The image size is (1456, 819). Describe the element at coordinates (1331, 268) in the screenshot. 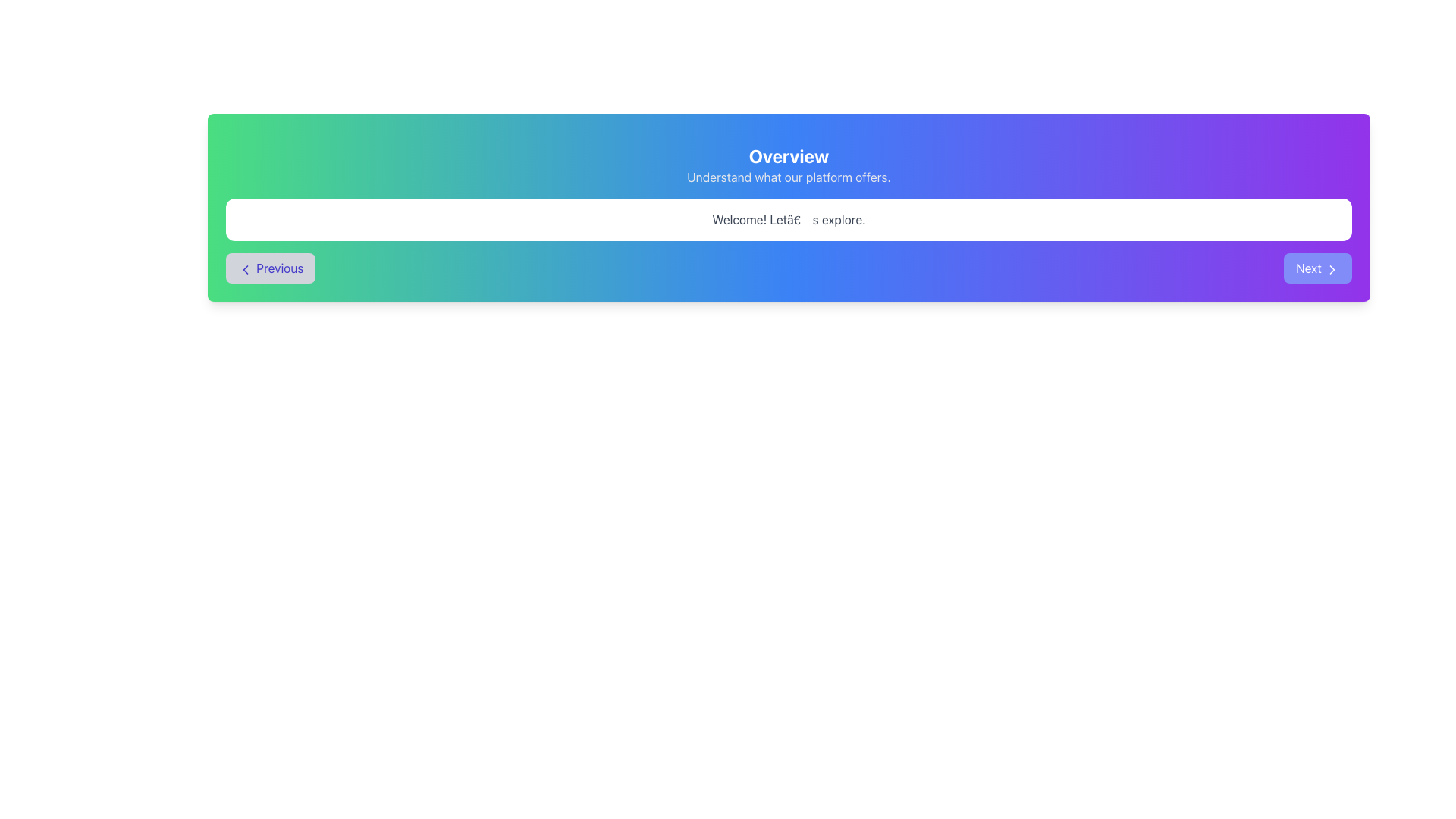

I see `the Chevron Indicator Icon located to the right of the 'Next' button in the bottom right corner of the gradient-colored rectangular area` at that location.